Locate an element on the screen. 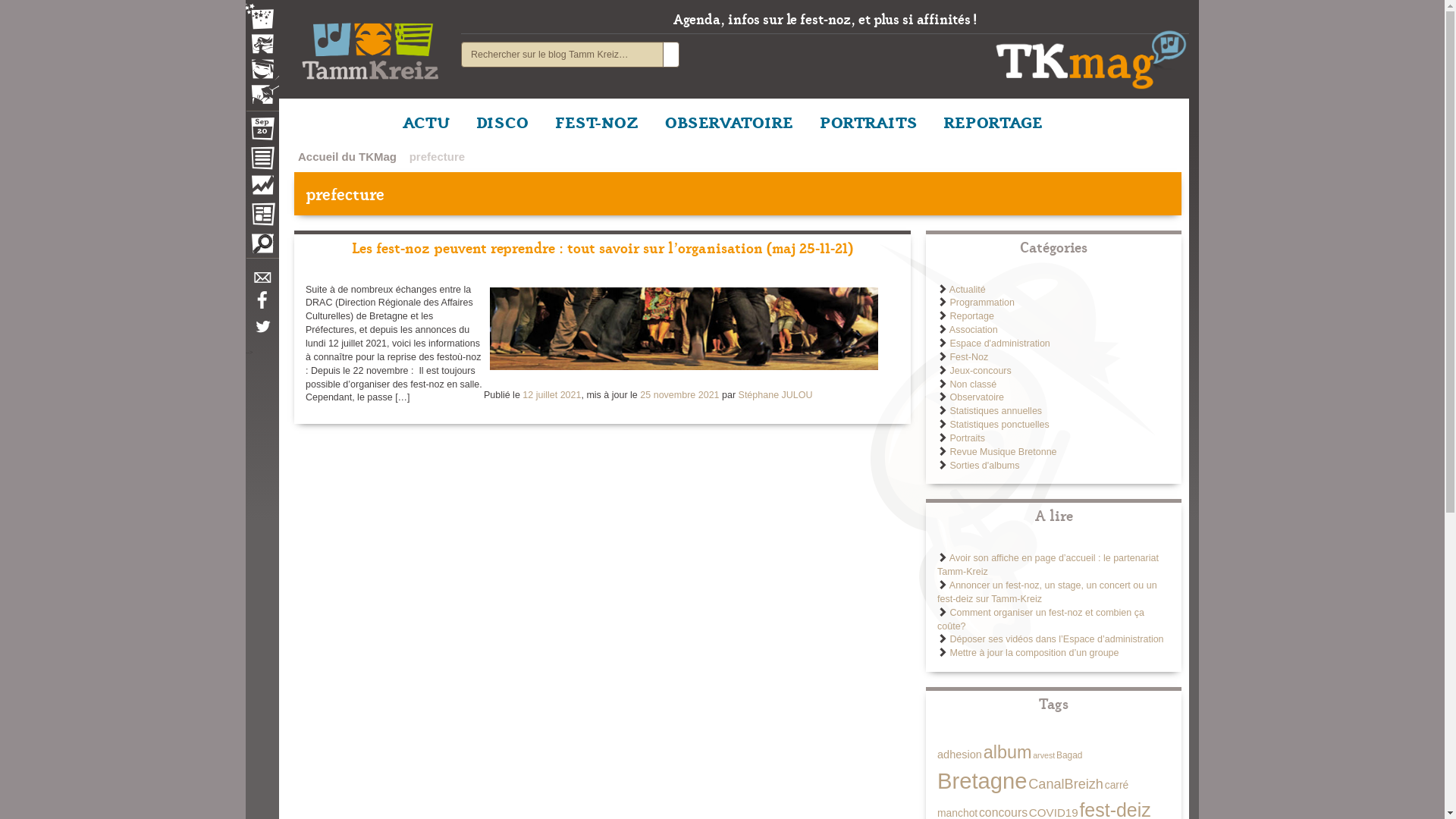  'PORTRAITS' is located at coordinates (868, 120).